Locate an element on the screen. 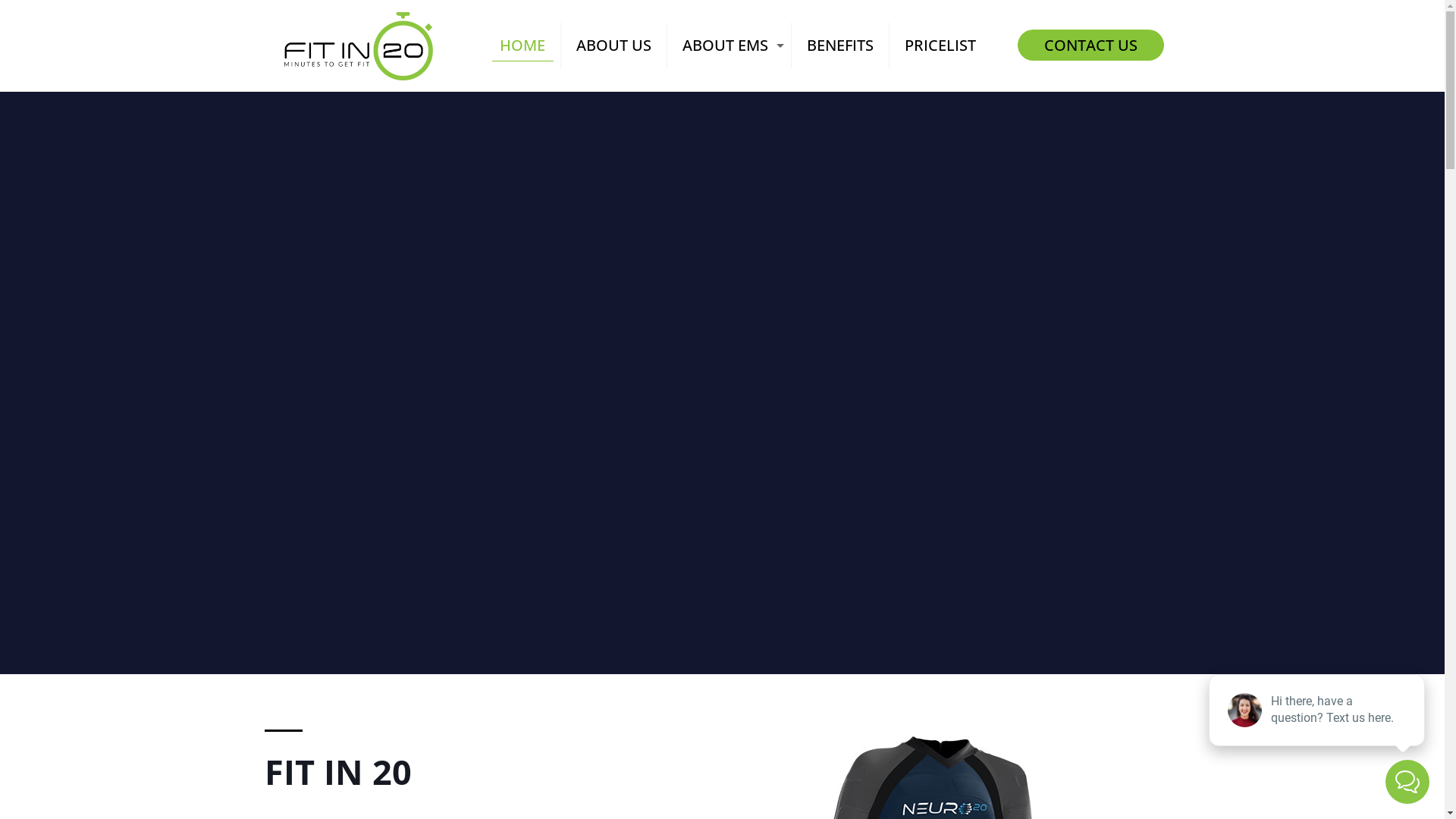  'PRICELIST' is located at coordinates (939, 45).